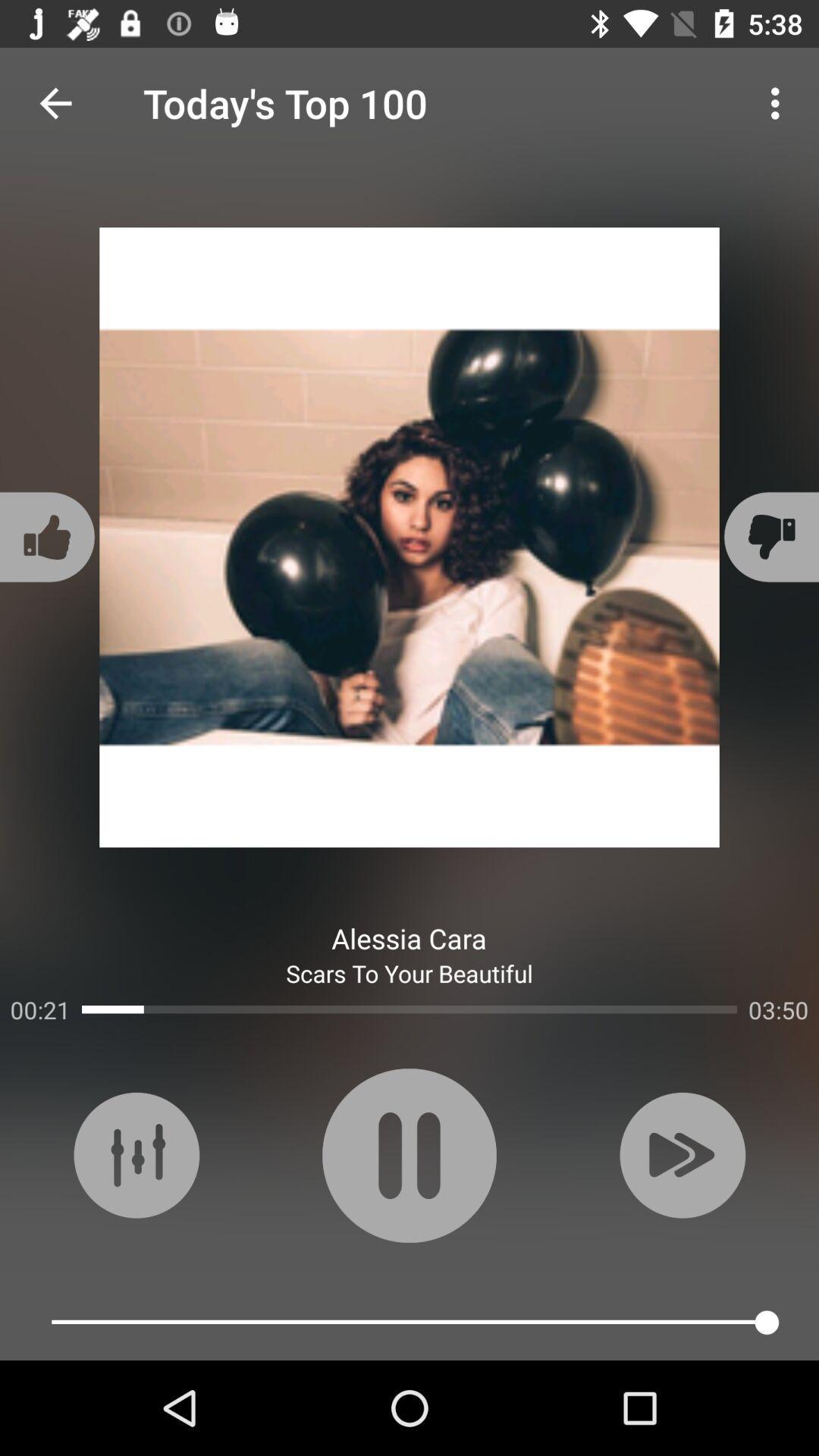 The width and height of the screenshot is (819, 1456). I want to click on the icon to the left of today s top icon, so click(55, 102).